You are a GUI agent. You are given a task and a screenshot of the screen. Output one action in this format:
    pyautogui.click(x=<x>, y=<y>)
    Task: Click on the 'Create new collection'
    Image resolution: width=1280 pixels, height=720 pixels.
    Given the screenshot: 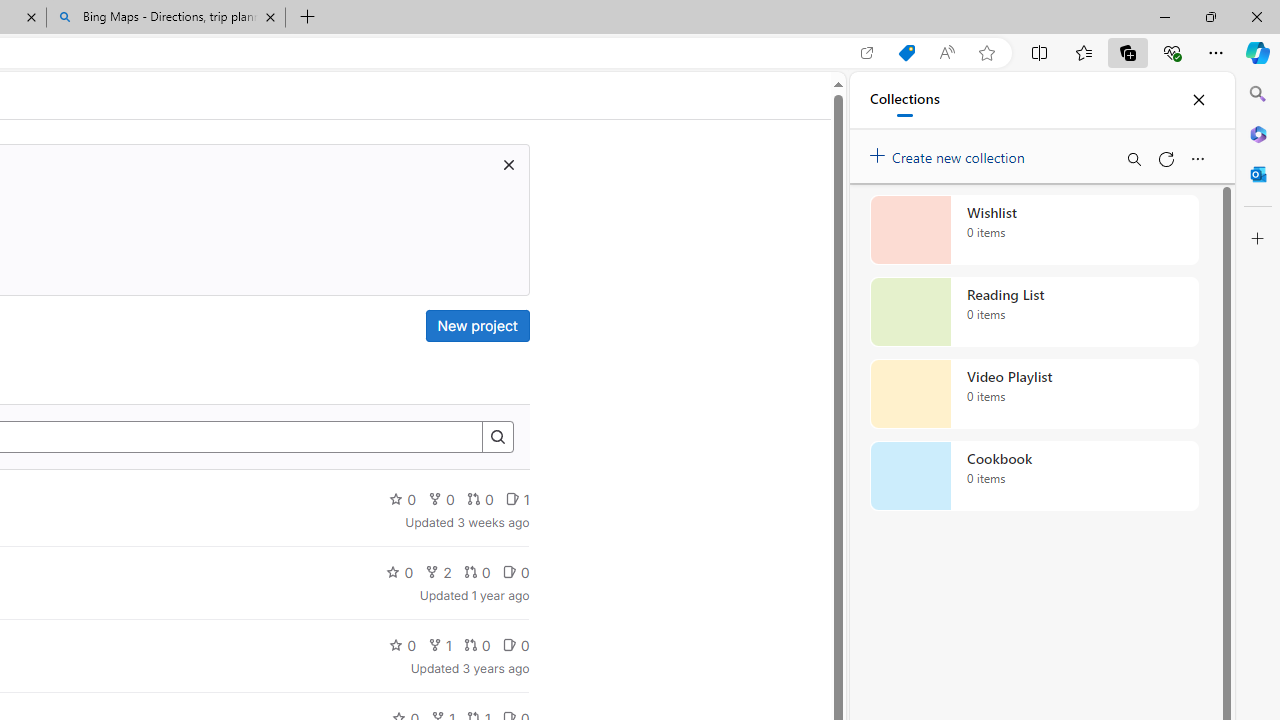 What is the action you would take?
    pyautogui.click(x=950, y=152)
    